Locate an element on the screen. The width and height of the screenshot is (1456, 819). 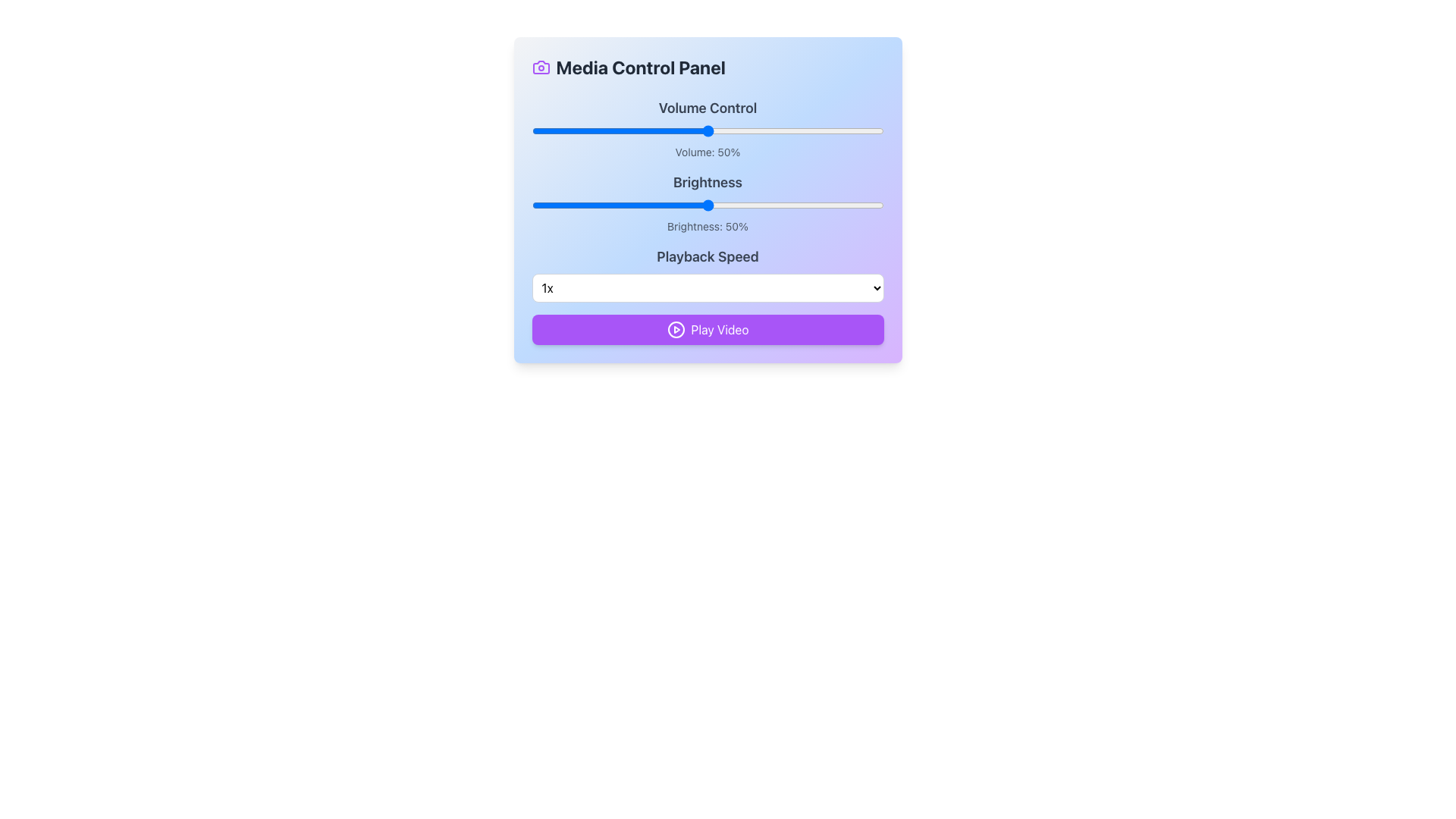
the brightness level is located at coordinates (774, 205).